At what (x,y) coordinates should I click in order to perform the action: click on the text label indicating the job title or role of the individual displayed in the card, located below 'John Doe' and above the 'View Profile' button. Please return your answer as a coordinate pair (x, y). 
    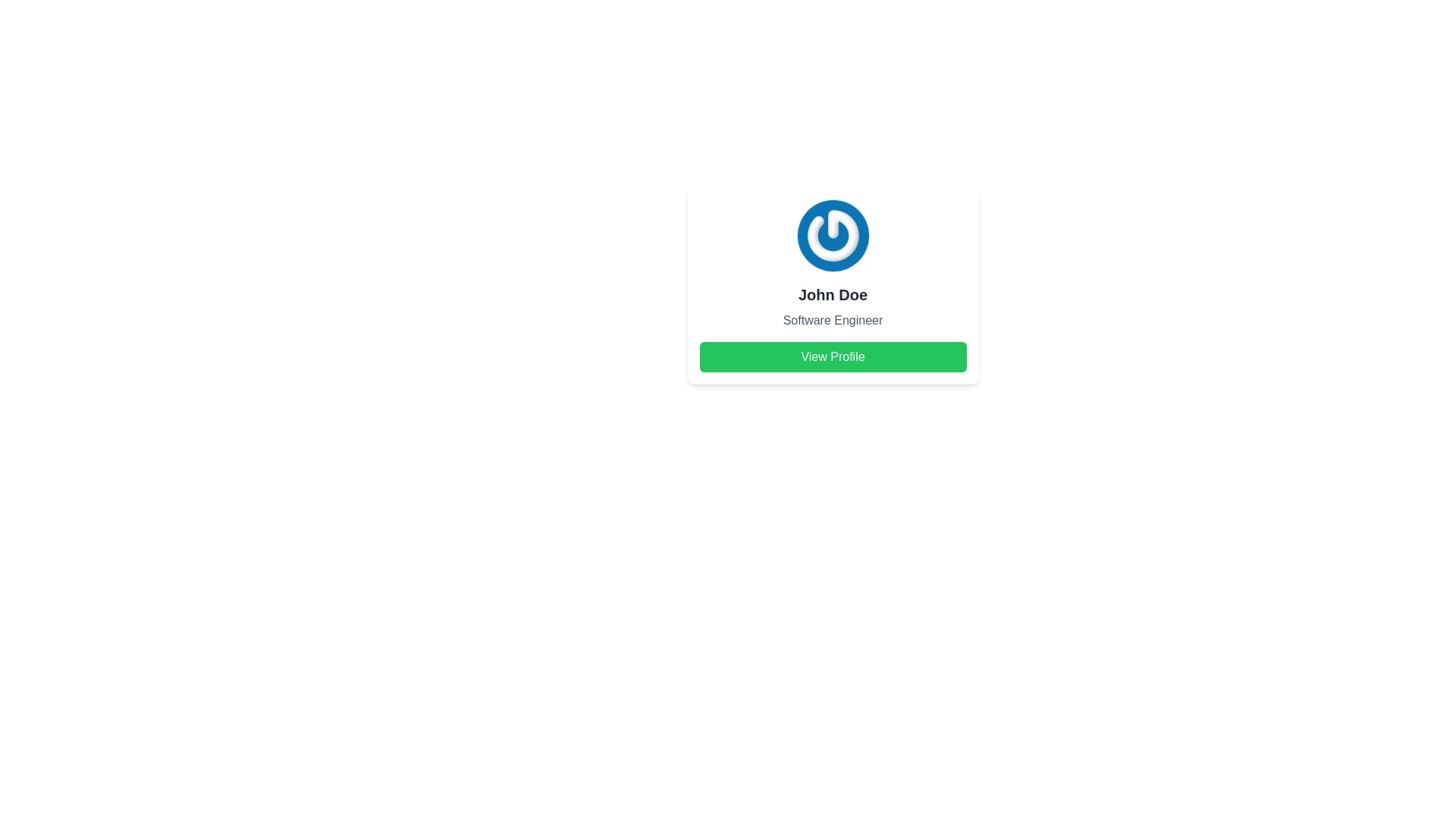
    Looking at the image, I should click on (832, 320).